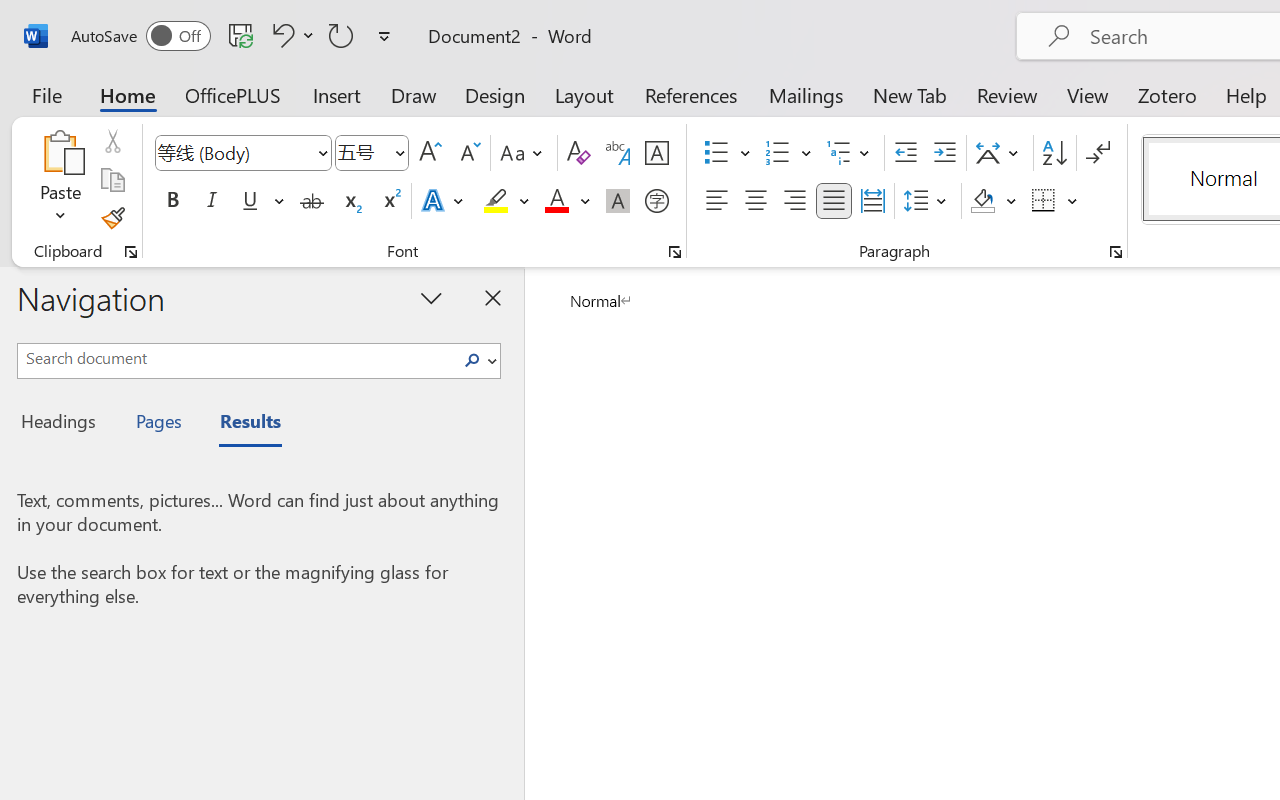  What do you see at coordinates (111, 218) in the screenshot?
I see `'Format Painter'` at bounding box center [111, 218].